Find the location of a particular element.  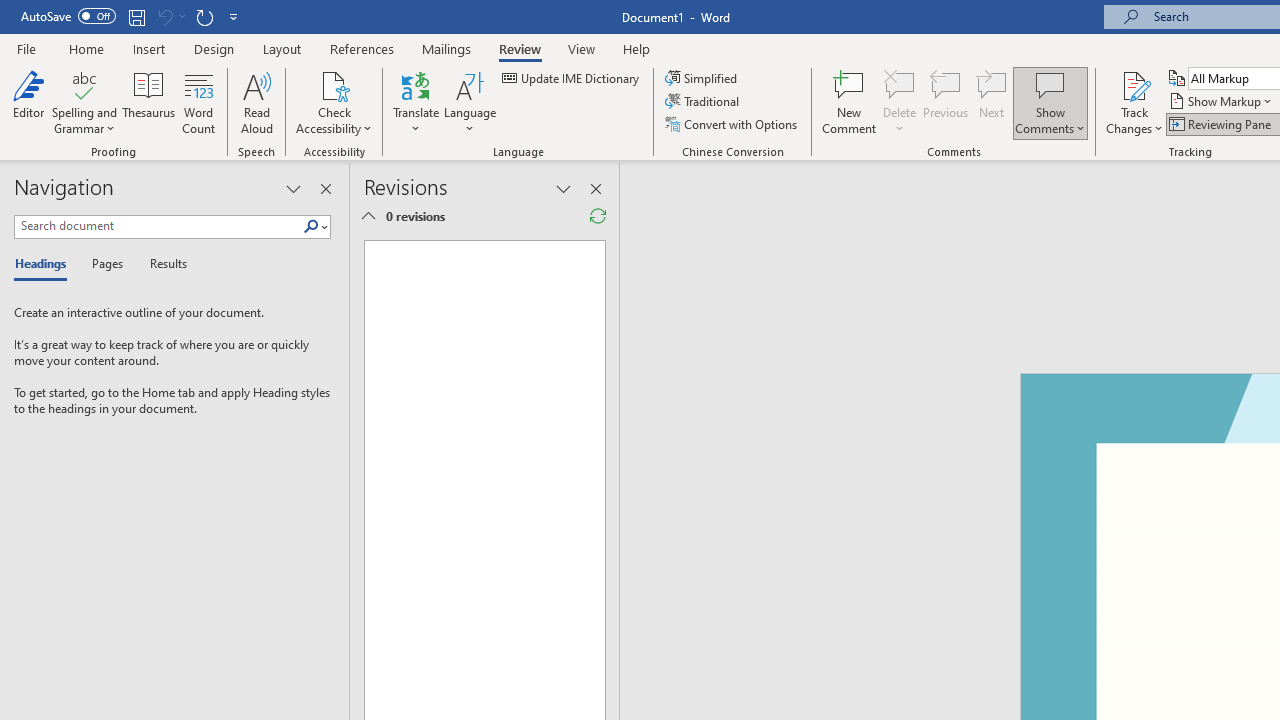

'Track Changes' is located at coordinates (1134, 103).